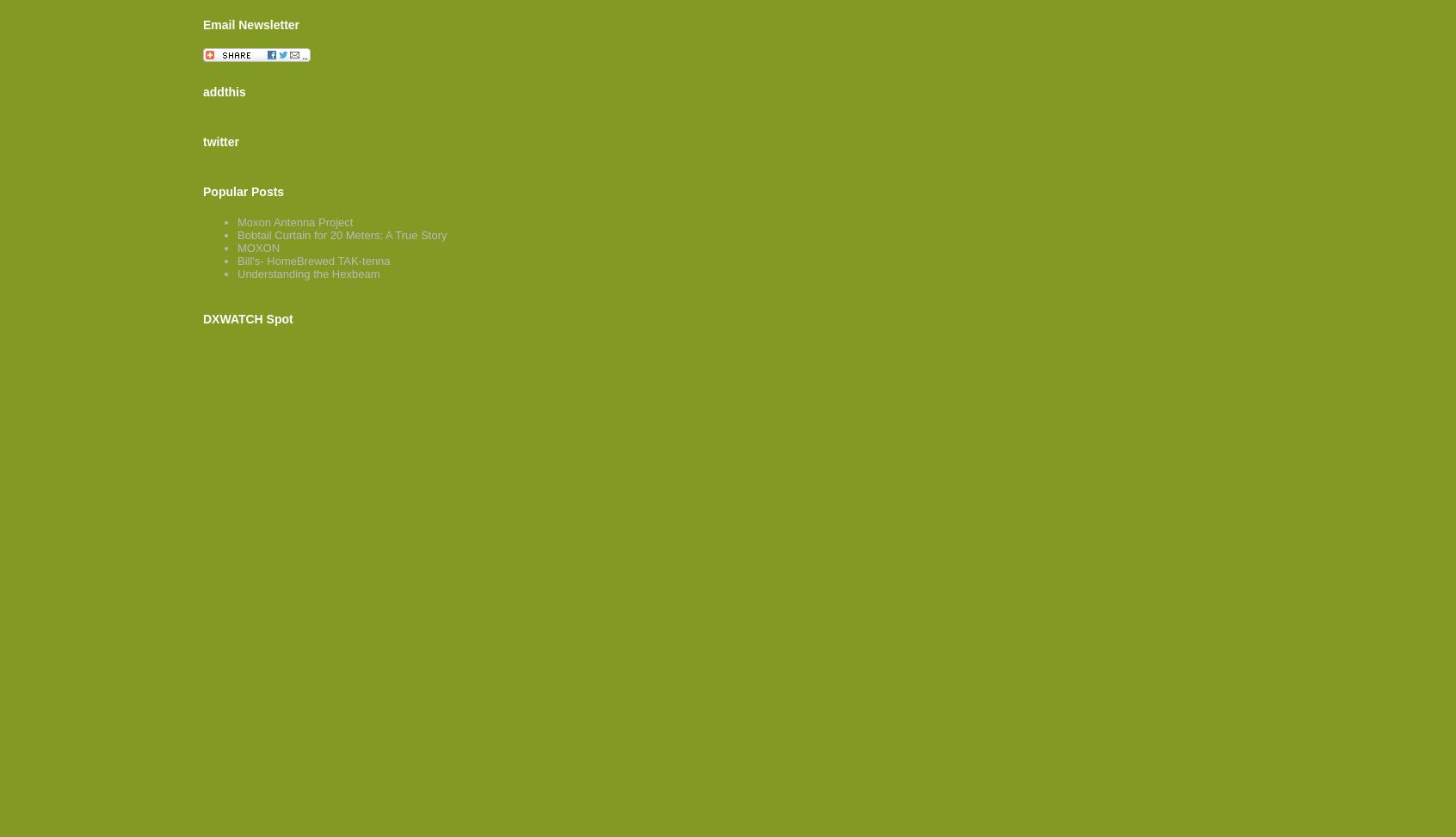 This screenshot has width=1456, height=837. Describe the element at coordinates (342, 234) in the screenshot. I see `'Bobtail Curtain for 20 Meters:  A True Story'` at that location.